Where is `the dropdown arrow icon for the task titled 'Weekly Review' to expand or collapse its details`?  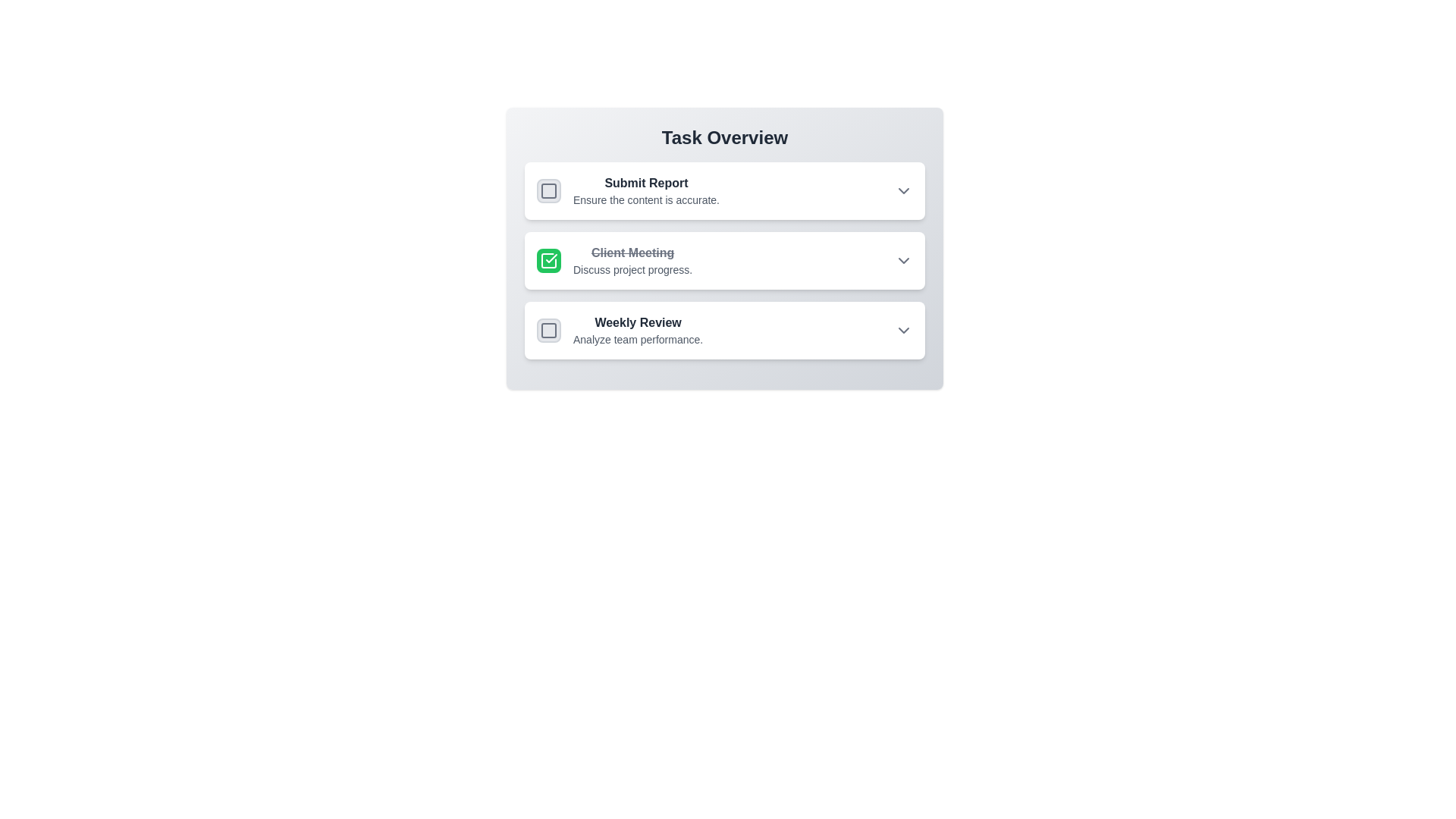 the dropdown arrow icon for the task titled 'Weekly Review' to expand or collapse its details is located at coordinates (903, 329).